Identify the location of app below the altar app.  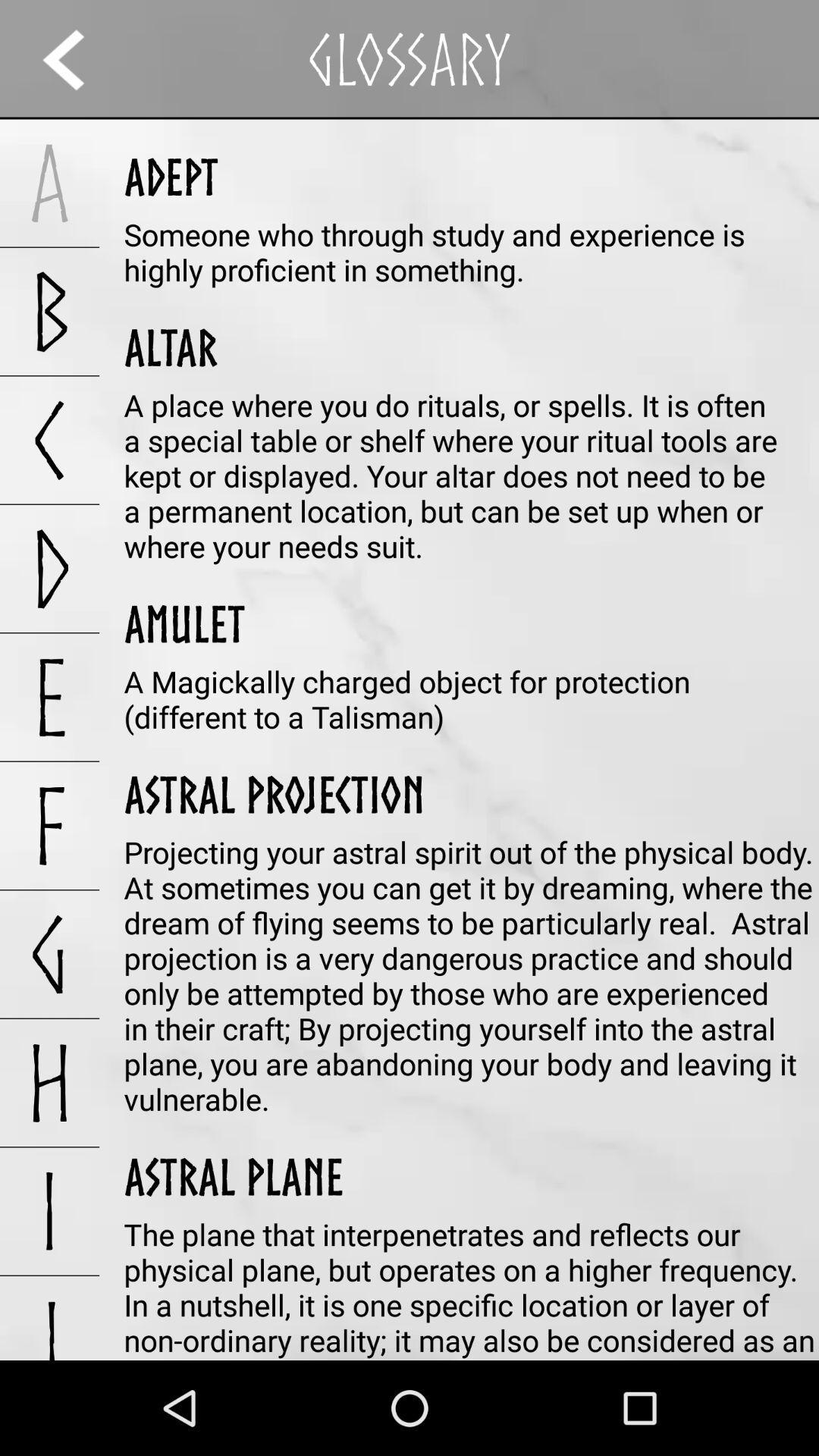
(470, 475).